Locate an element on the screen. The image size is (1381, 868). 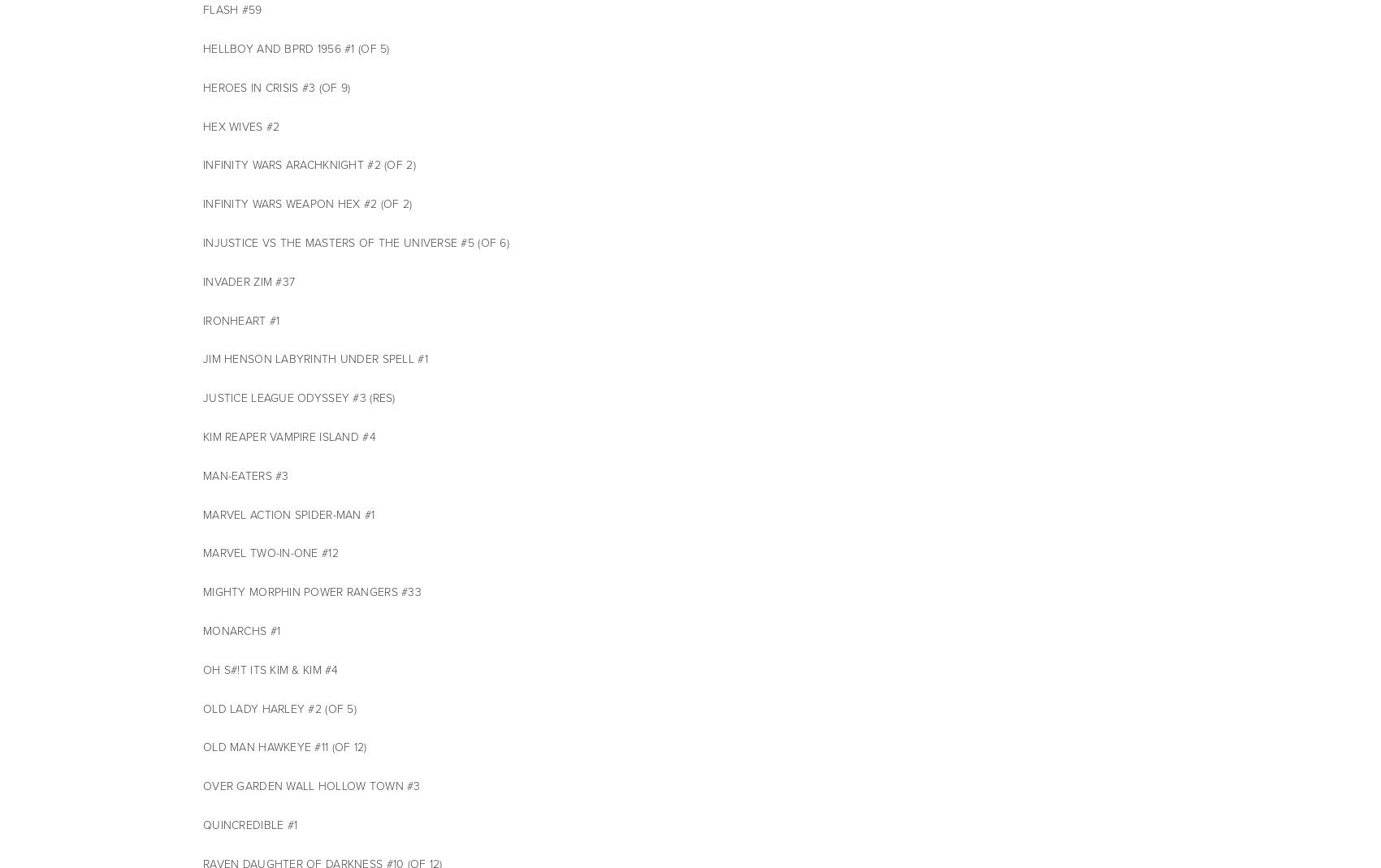
'MONARCHS #1' is located at coordinates (241, 631).